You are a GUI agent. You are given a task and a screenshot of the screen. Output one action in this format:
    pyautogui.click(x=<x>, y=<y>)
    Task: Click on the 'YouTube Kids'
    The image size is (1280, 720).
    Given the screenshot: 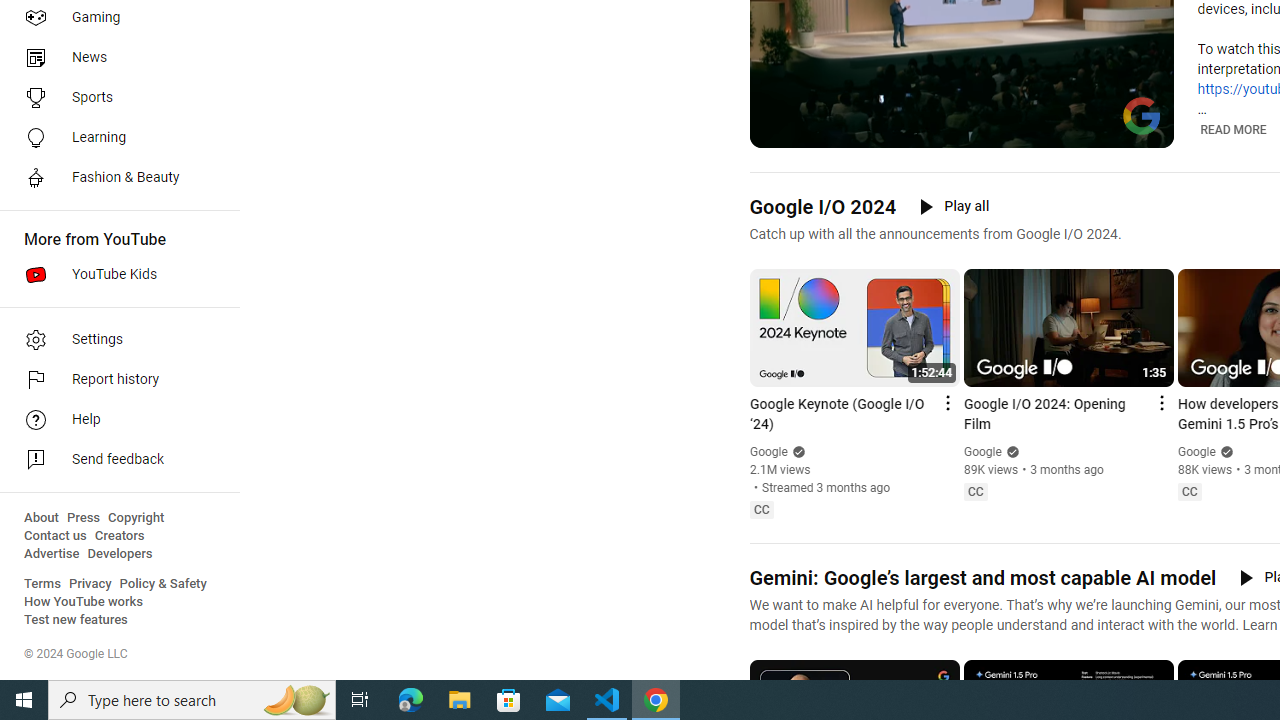 What is the action you would take?
    pyautogui.click(x=112, y=275)
    